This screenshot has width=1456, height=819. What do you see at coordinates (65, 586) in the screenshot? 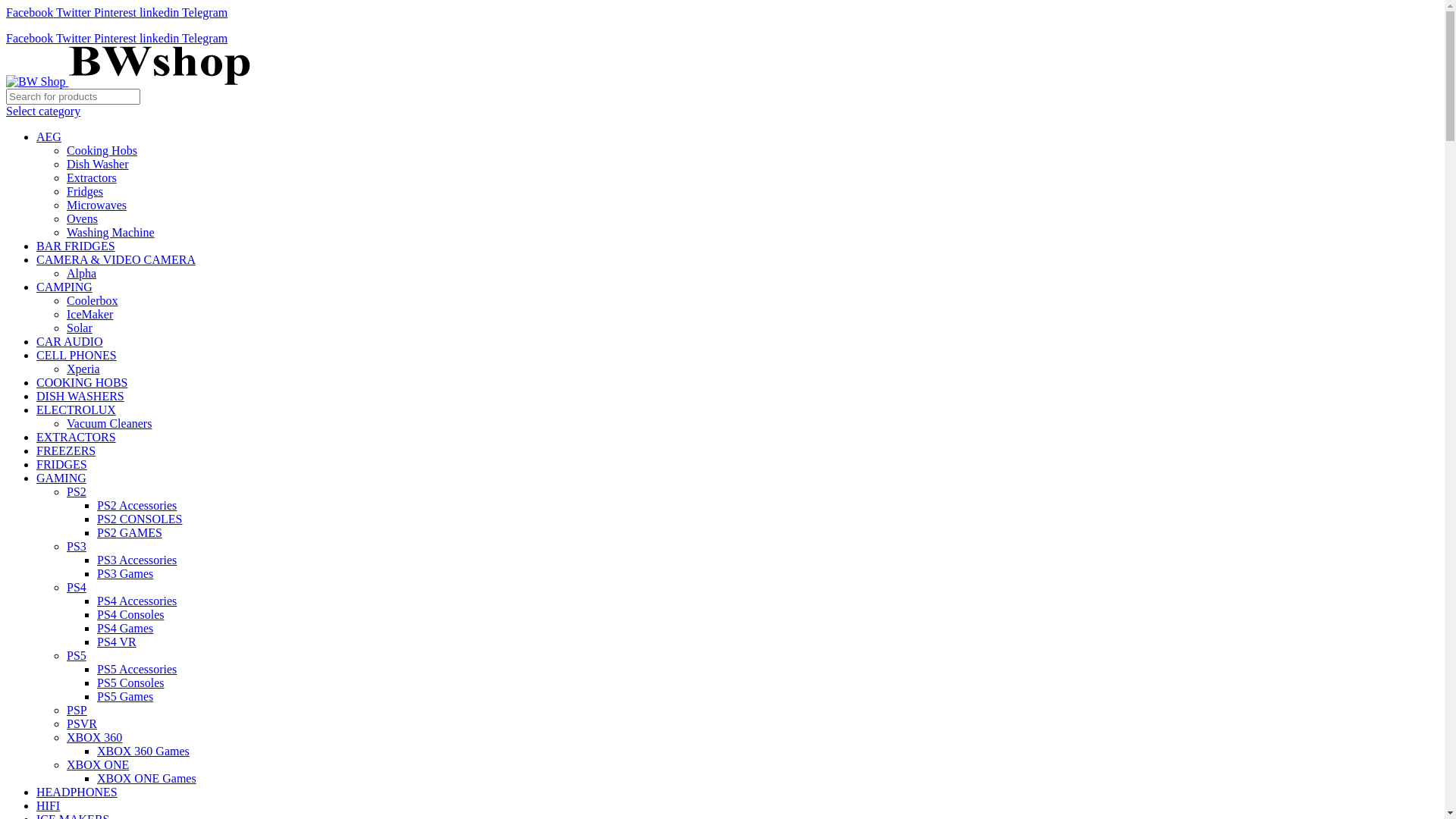
I see `'PS4'` at bounding box center [65, 586].